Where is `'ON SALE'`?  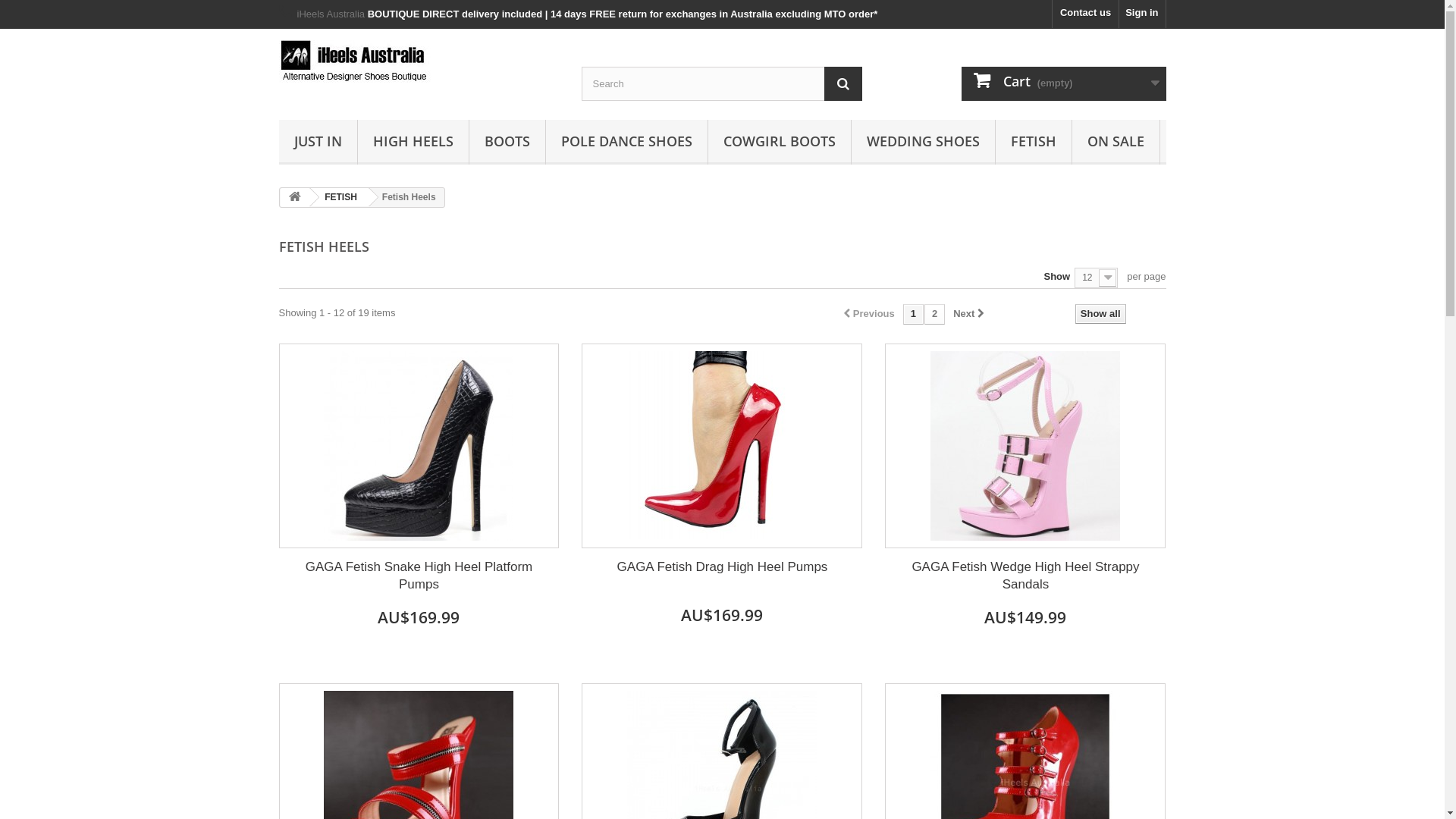
'ON SALE' is located at coordinates (1072, 142).